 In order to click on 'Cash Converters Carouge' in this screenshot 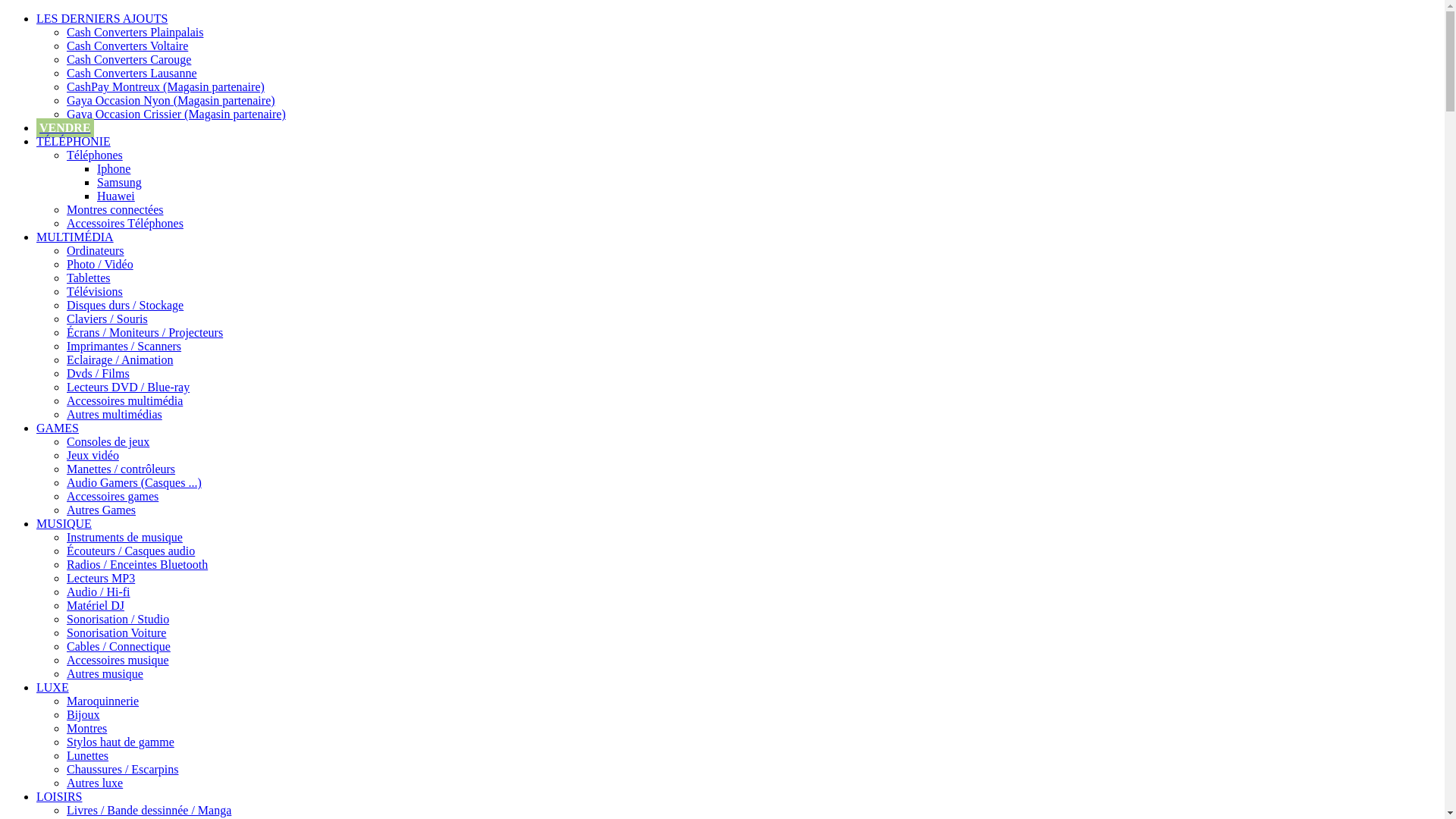, I will do `click(128, 58)`.